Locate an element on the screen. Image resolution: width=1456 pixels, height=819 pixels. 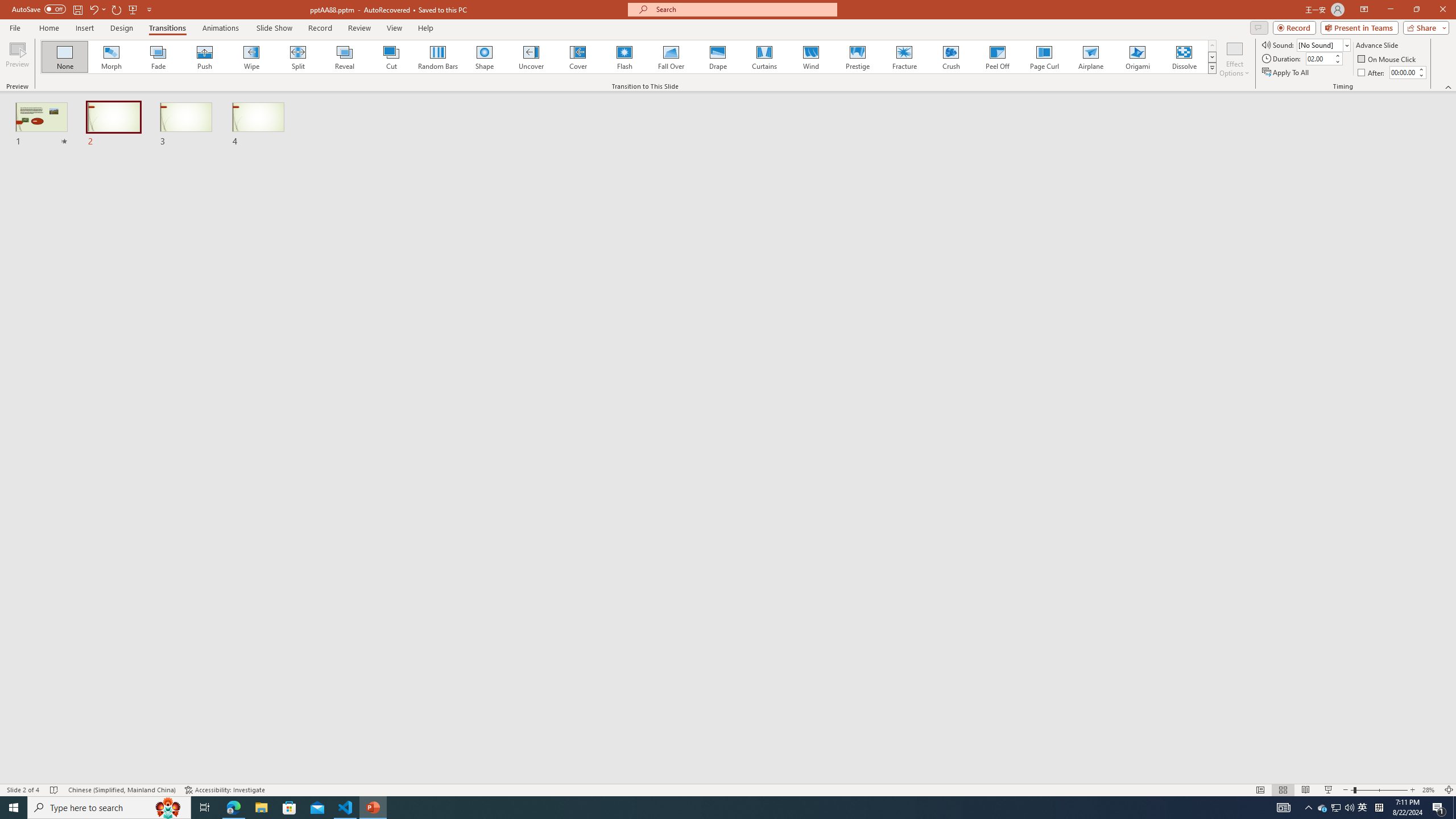
'On Mouse Click' is located at coordinates (1387, 59).